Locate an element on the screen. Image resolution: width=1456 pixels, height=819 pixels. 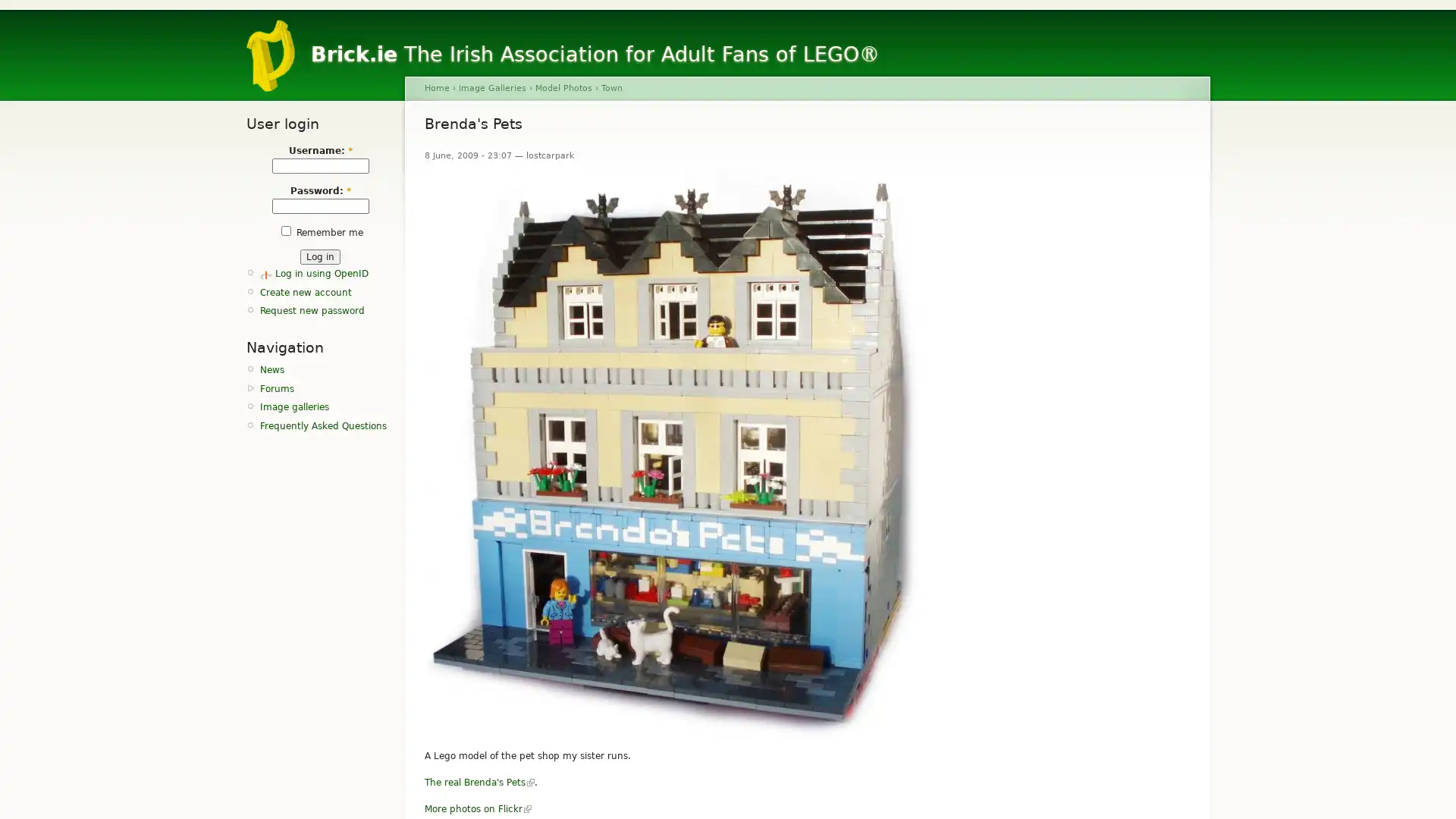
Log in is located at coordinates (319, 256).